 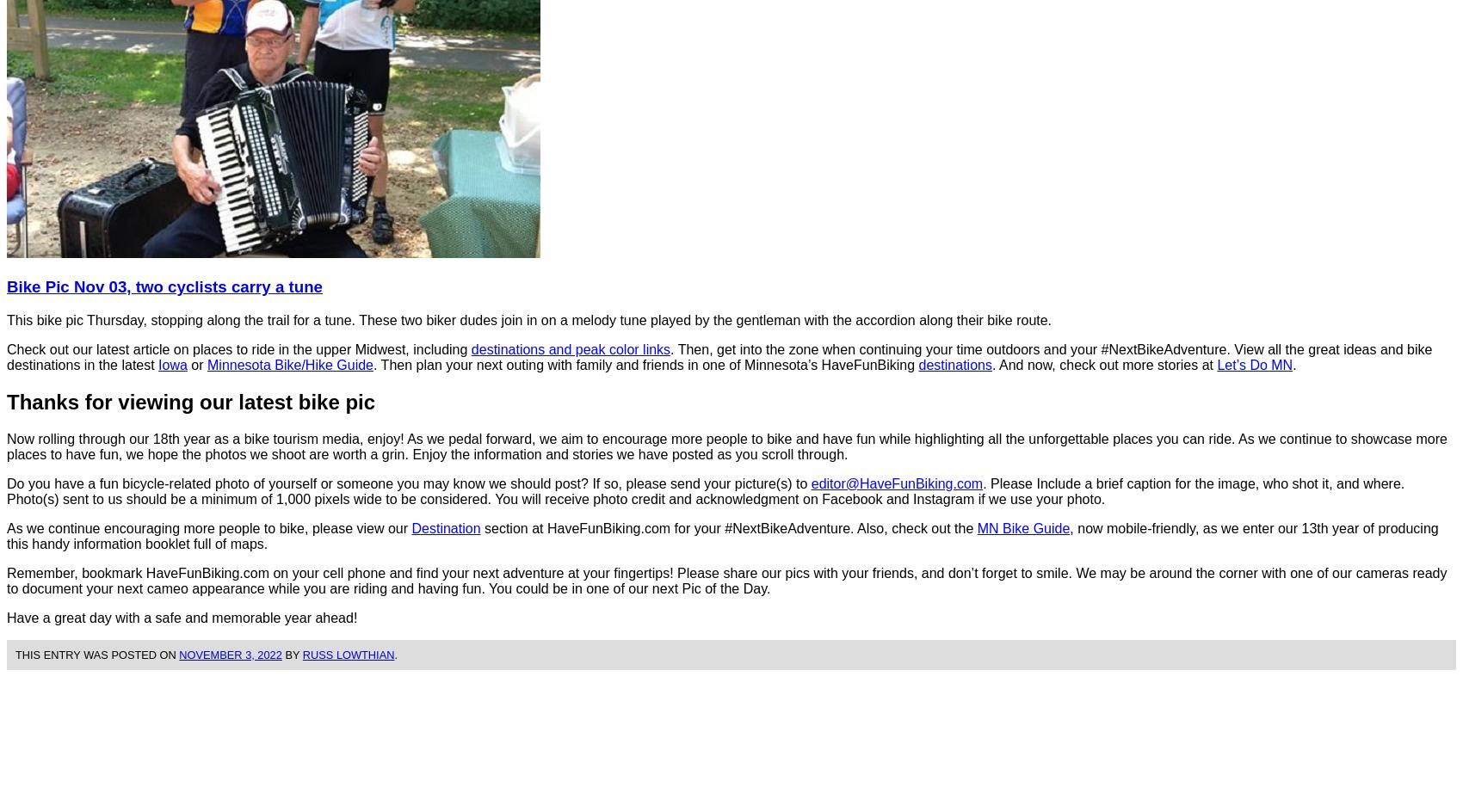 I want to click on 'Minnesota Bike/Hike Guide', so click(x=289, y=363).